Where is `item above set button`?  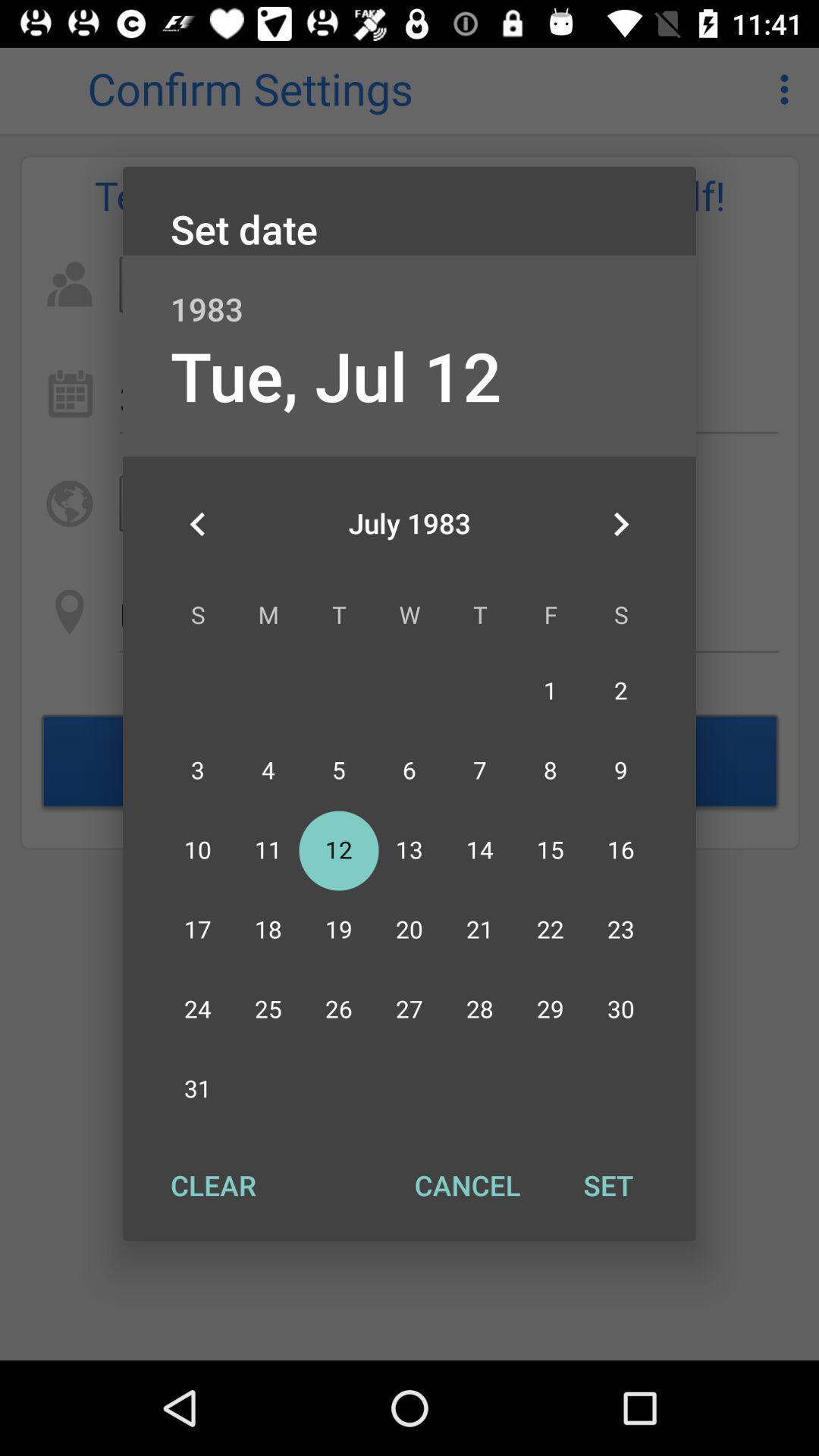 item above set button is located at coordinates (620, 524).